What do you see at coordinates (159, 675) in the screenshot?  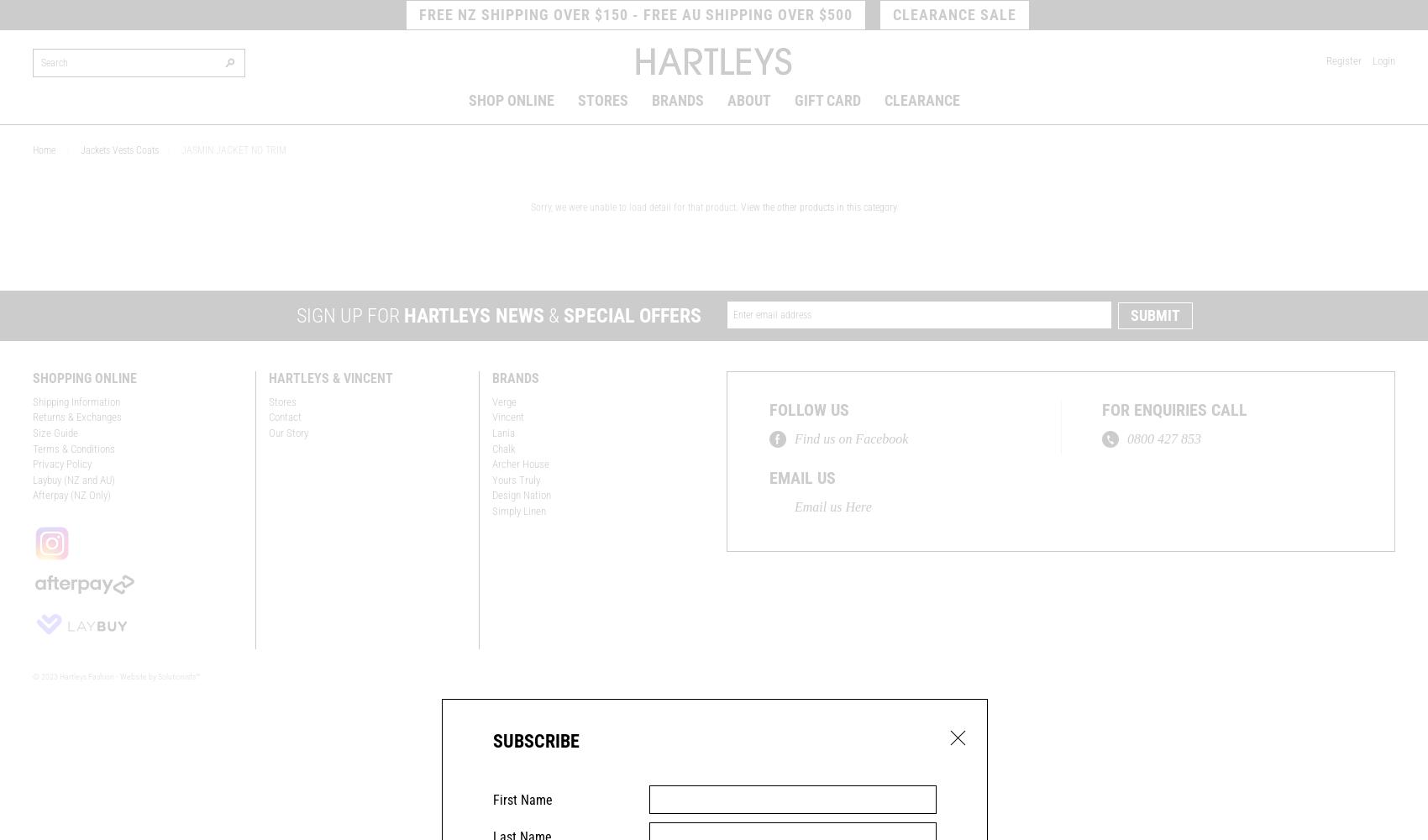 I see `'Website by Solutionists™'` at bounding box center [159, 675].